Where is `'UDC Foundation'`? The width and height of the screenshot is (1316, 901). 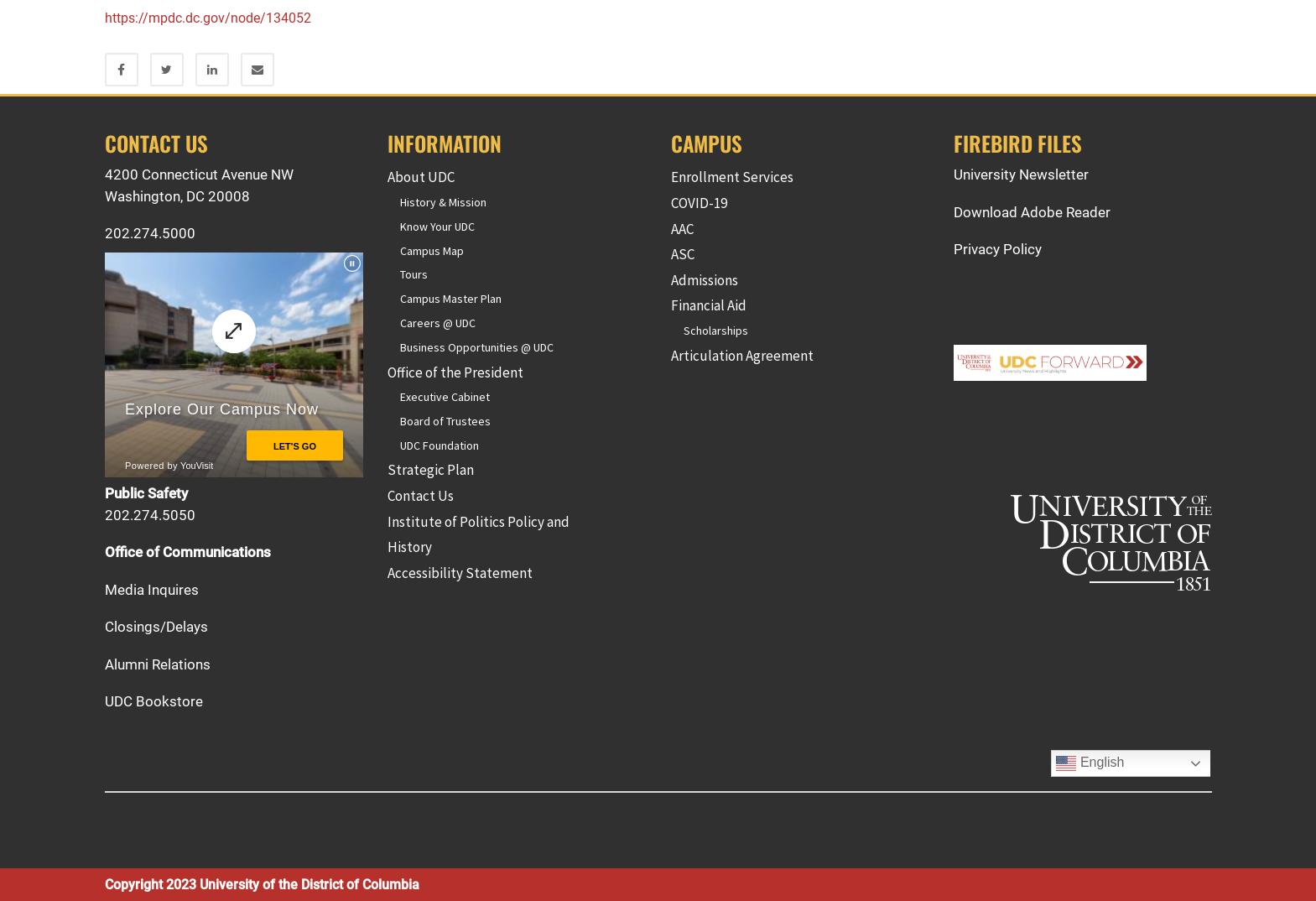
'UDC Foundation' is located at coordinates (398, 445).